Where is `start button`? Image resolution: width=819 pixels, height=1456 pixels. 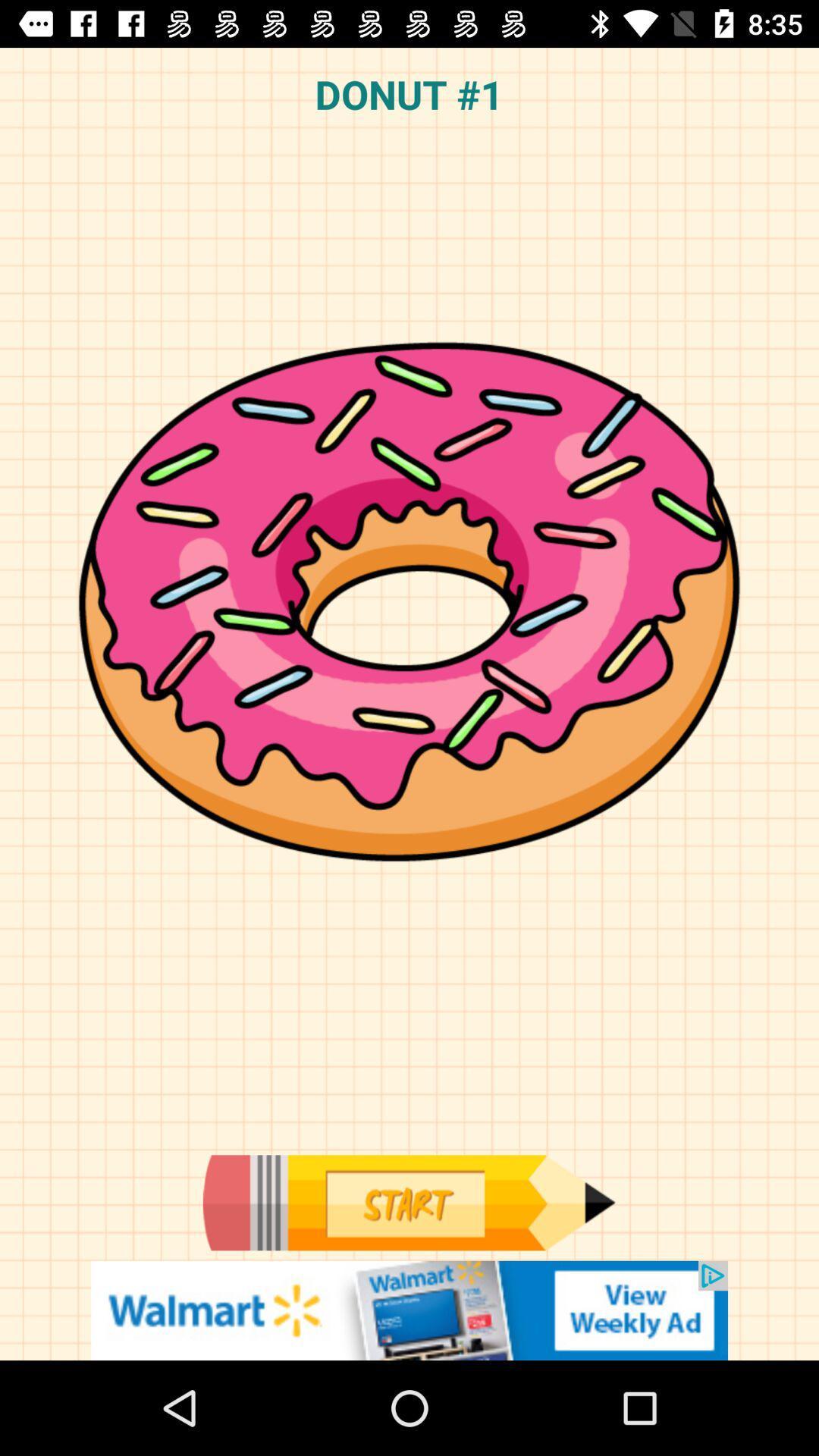
start button is located at coordinates (408, 1202).